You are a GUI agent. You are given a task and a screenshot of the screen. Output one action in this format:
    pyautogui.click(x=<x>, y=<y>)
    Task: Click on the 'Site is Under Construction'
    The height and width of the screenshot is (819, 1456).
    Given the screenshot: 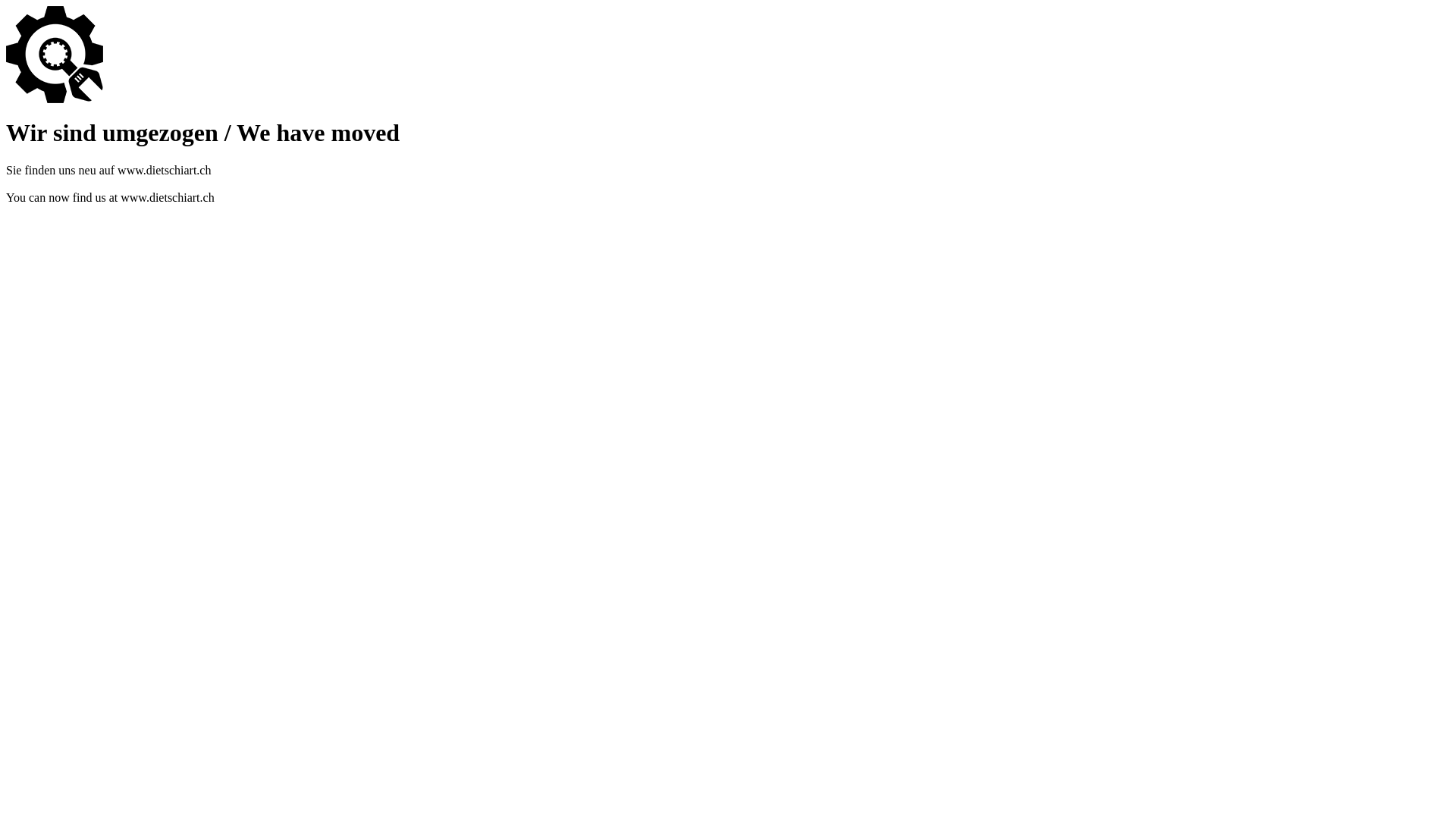 What is the action you would take?
    pyautogui.click(x=55, y=54)
    